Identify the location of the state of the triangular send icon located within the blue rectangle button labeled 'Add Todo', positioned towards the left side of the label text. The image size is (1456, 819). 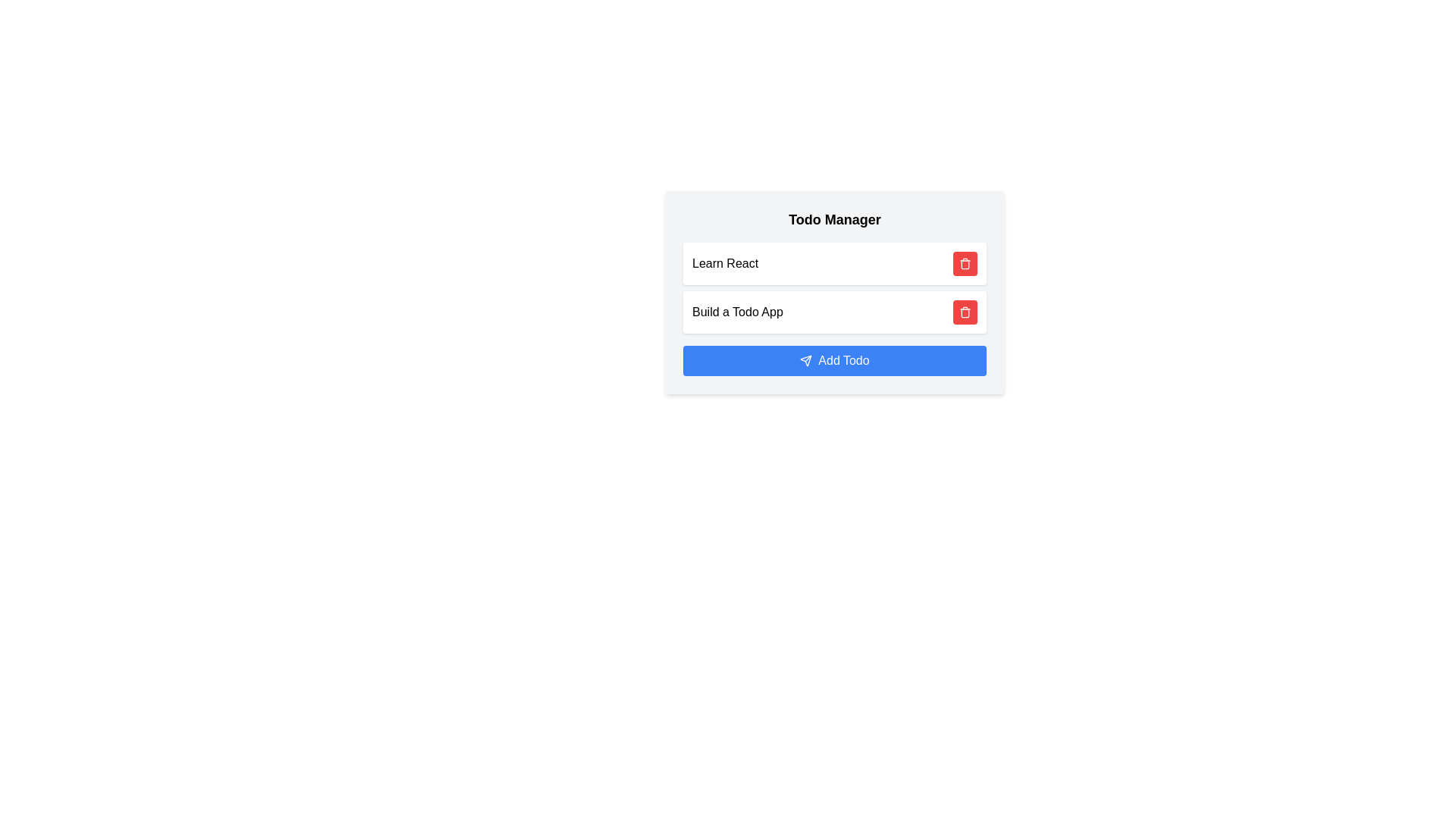
(805, 360).